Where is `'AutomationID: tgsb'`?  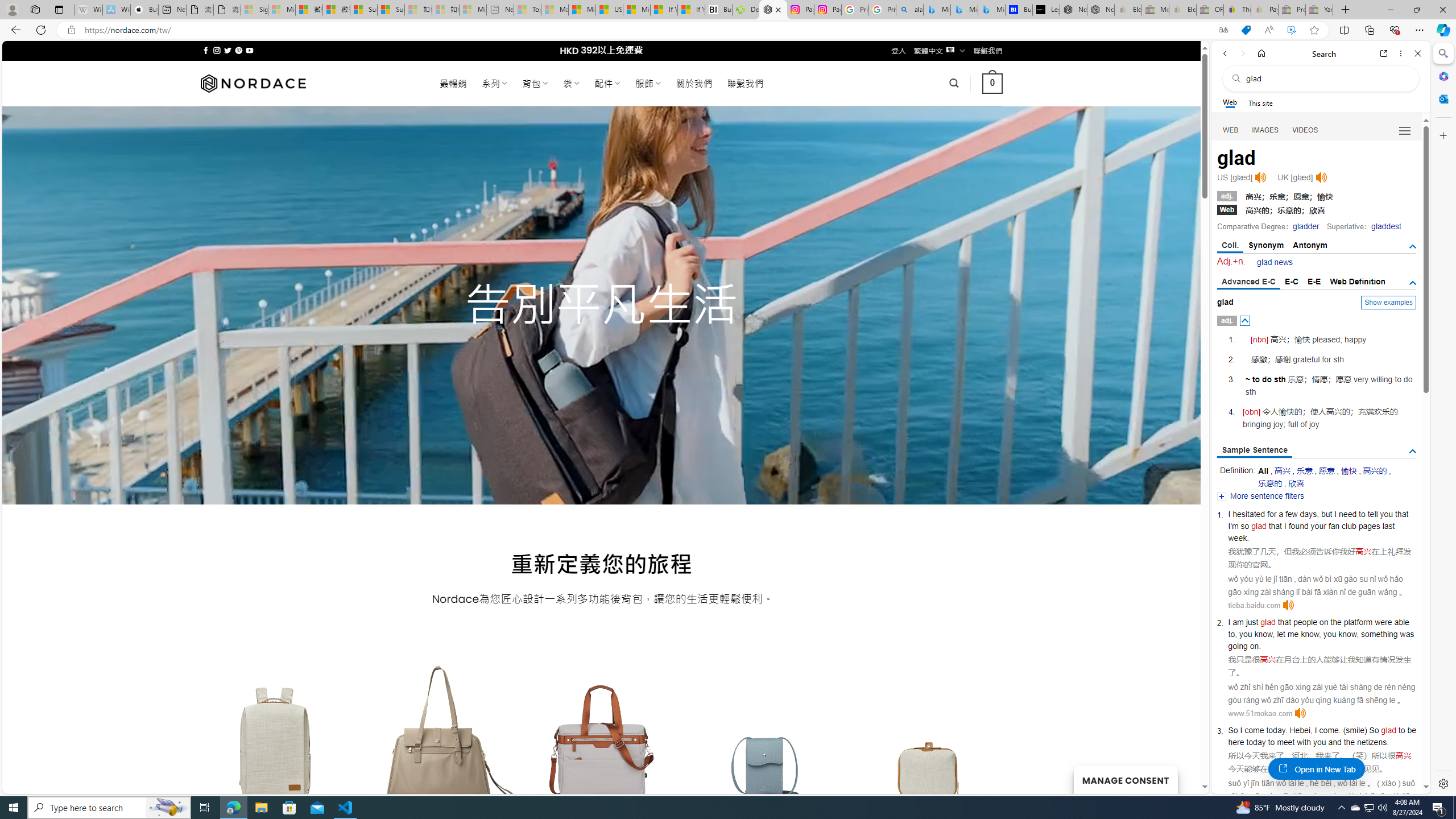 'AutomationID: tgsb' is located at coordinates (1412, 246).